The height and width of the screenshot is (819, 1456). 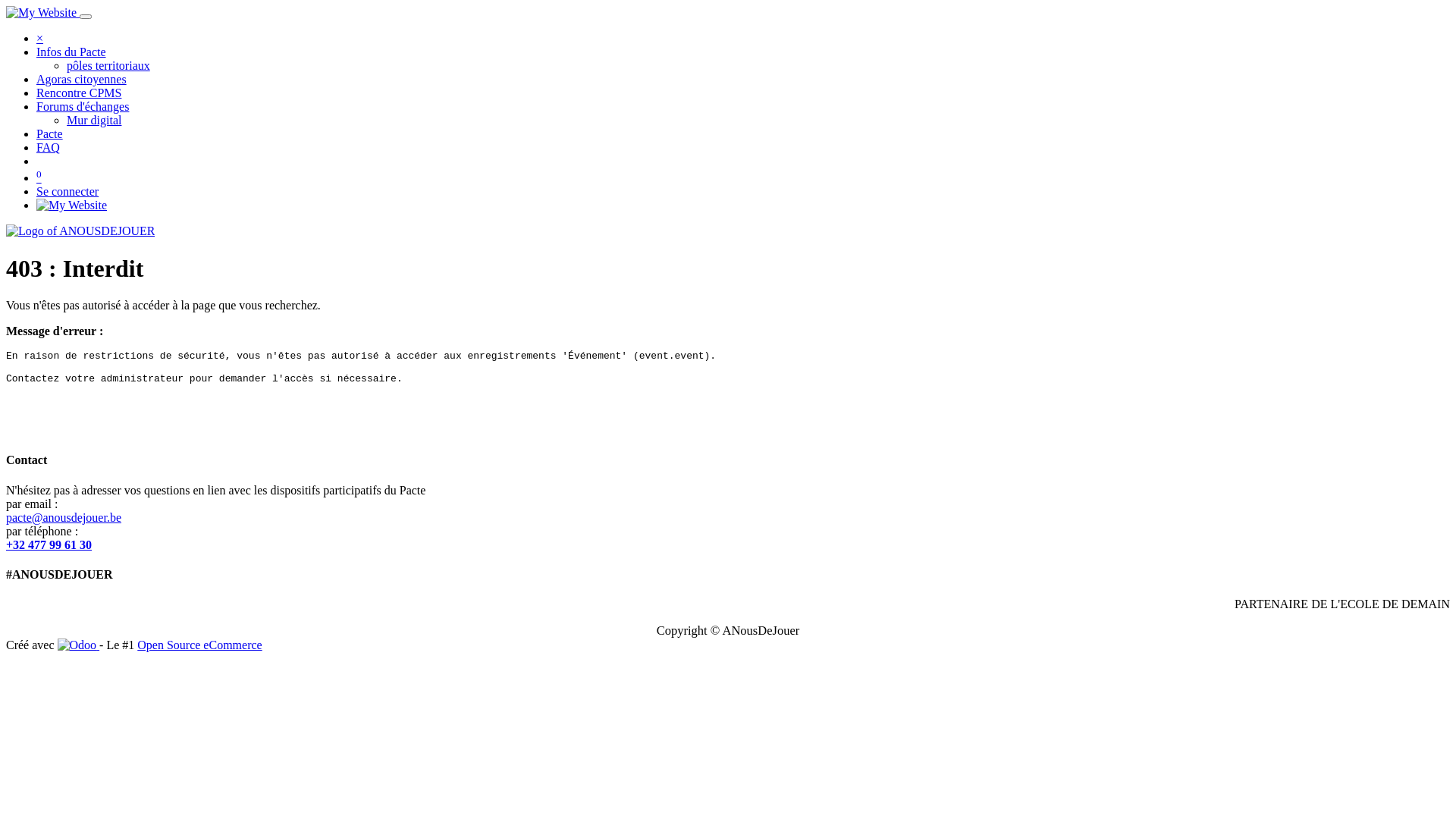 I want to click on 'My Website', so click(x=71, y=205).